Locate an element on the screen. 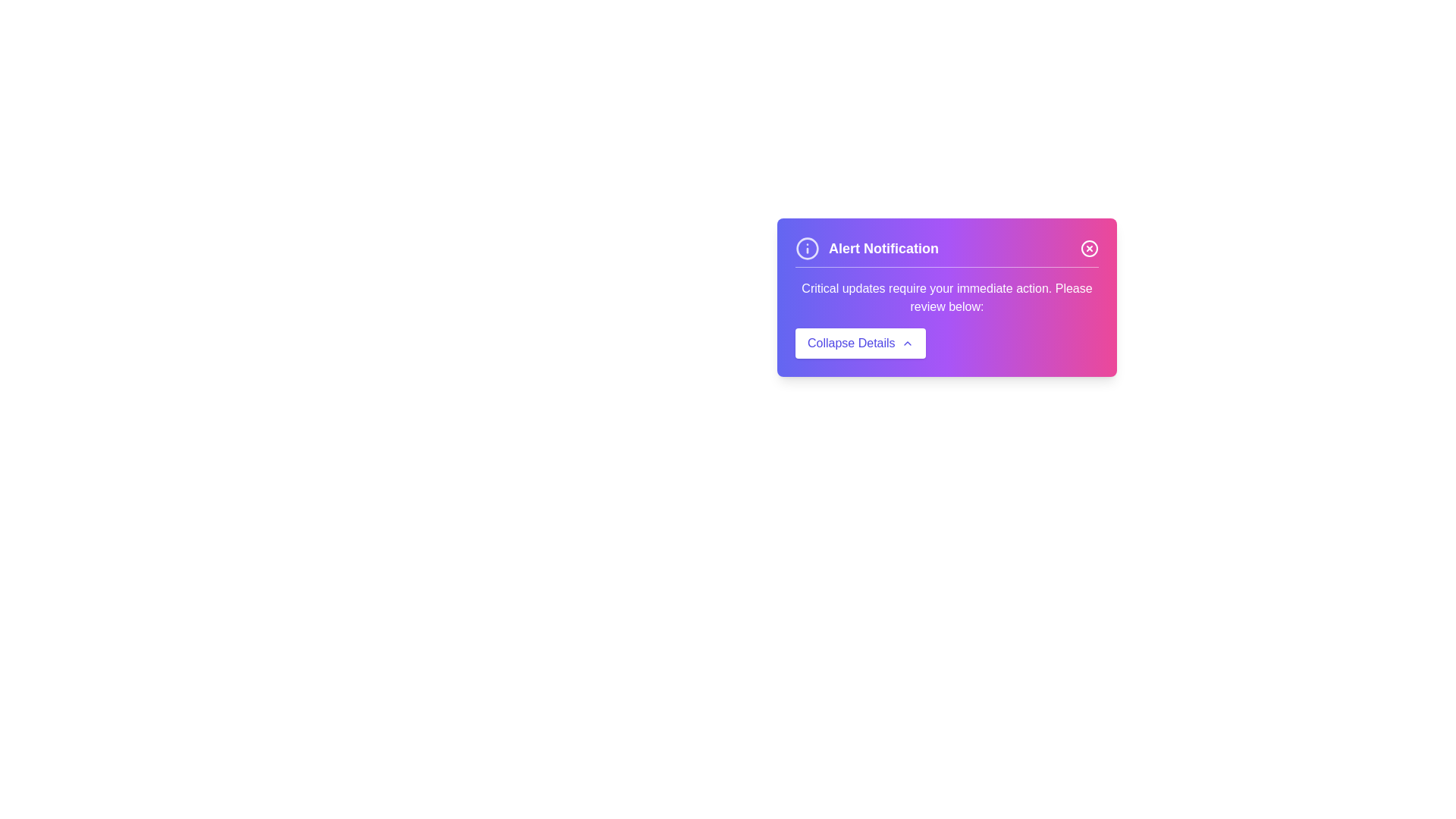  the 'Collapse Details' button to hide the detailed information is located at coordinates (859, 343).